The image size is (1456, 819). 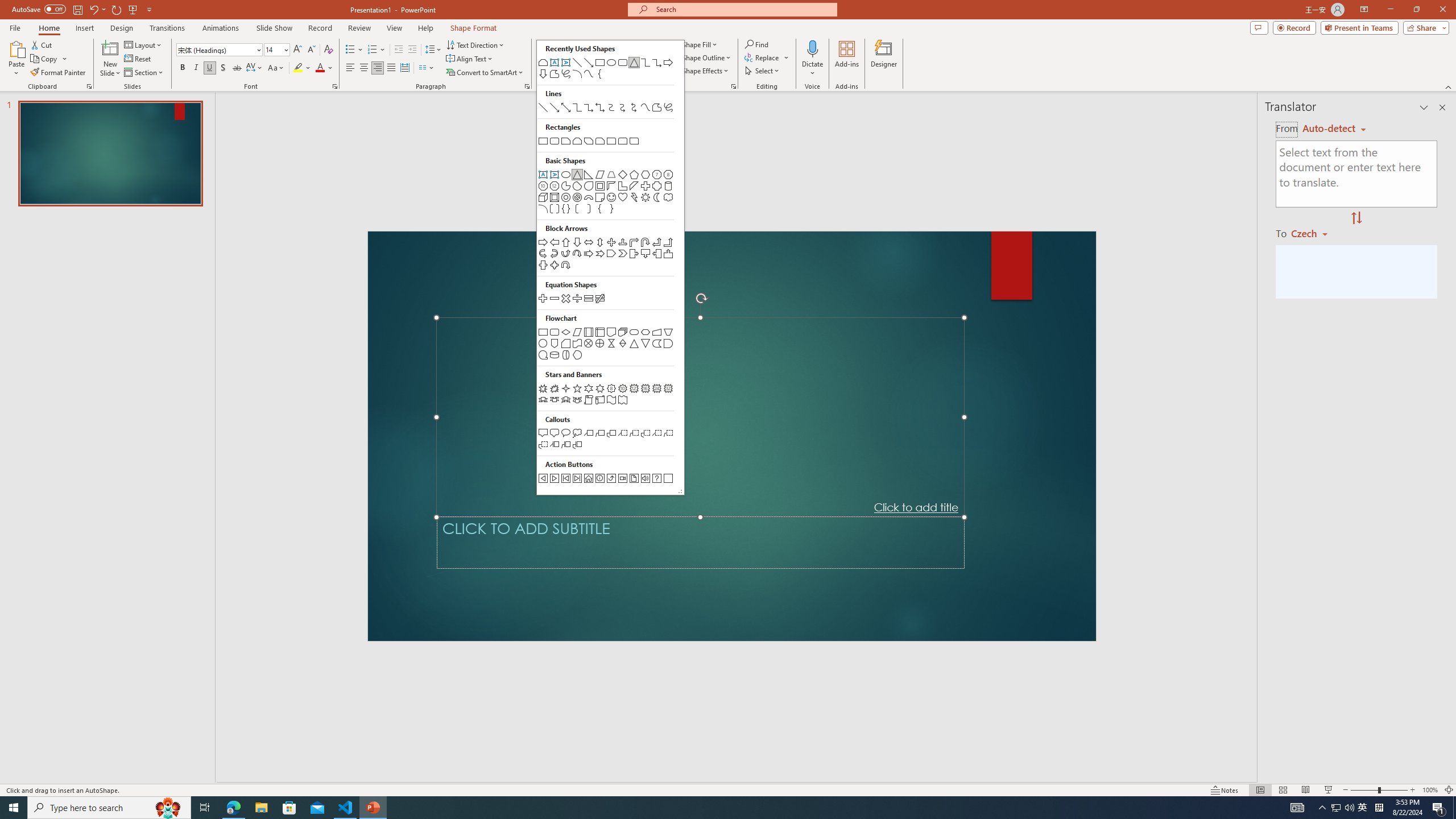 I want to click on 'Swap "from" and "to" languages.', so click(x=1356, y=218).